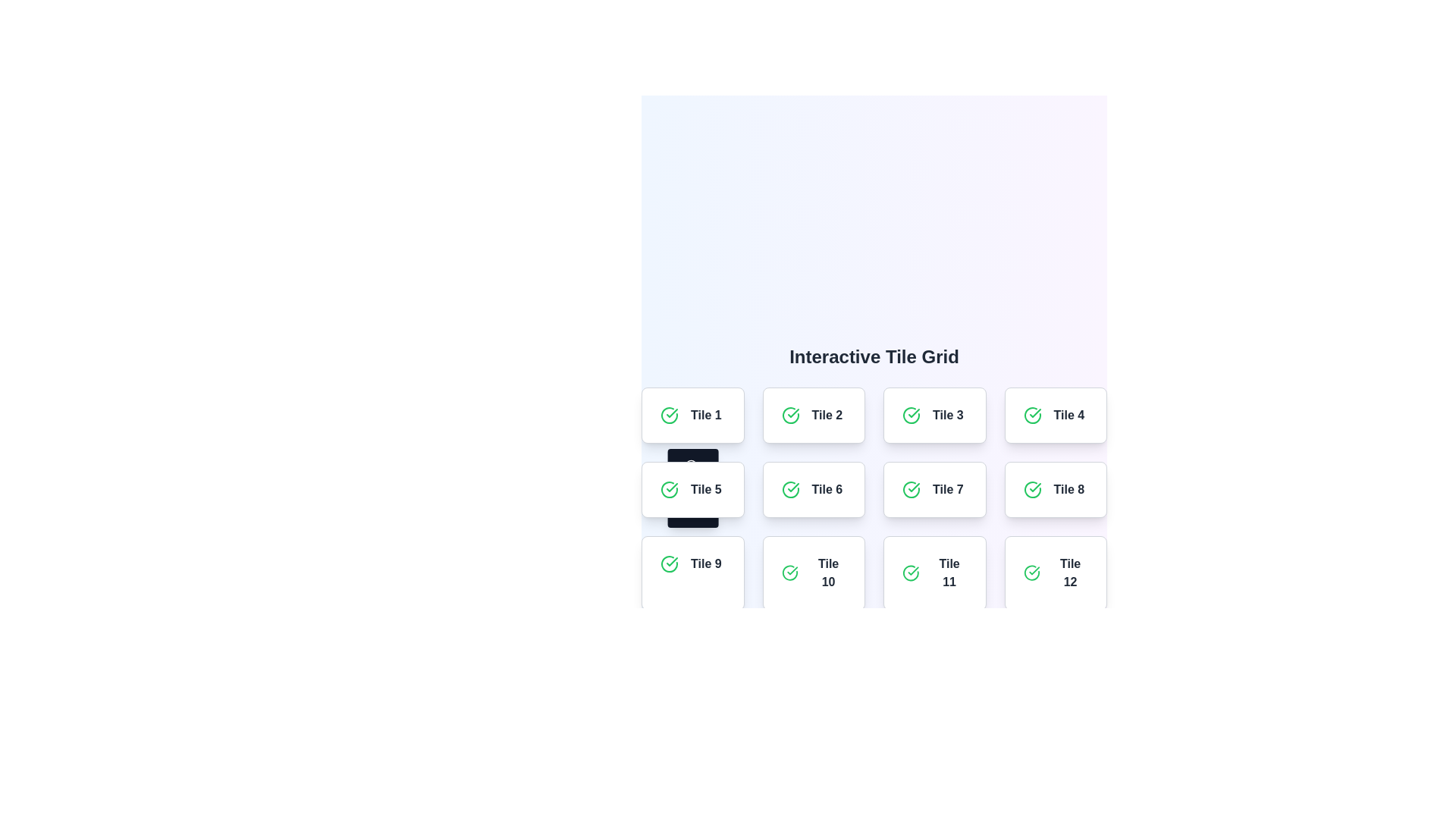  Describe the element at coordinates (934, 415) in the screenshot. I see `the identifier tile located in the first row and third column of the grid layout` at that location.